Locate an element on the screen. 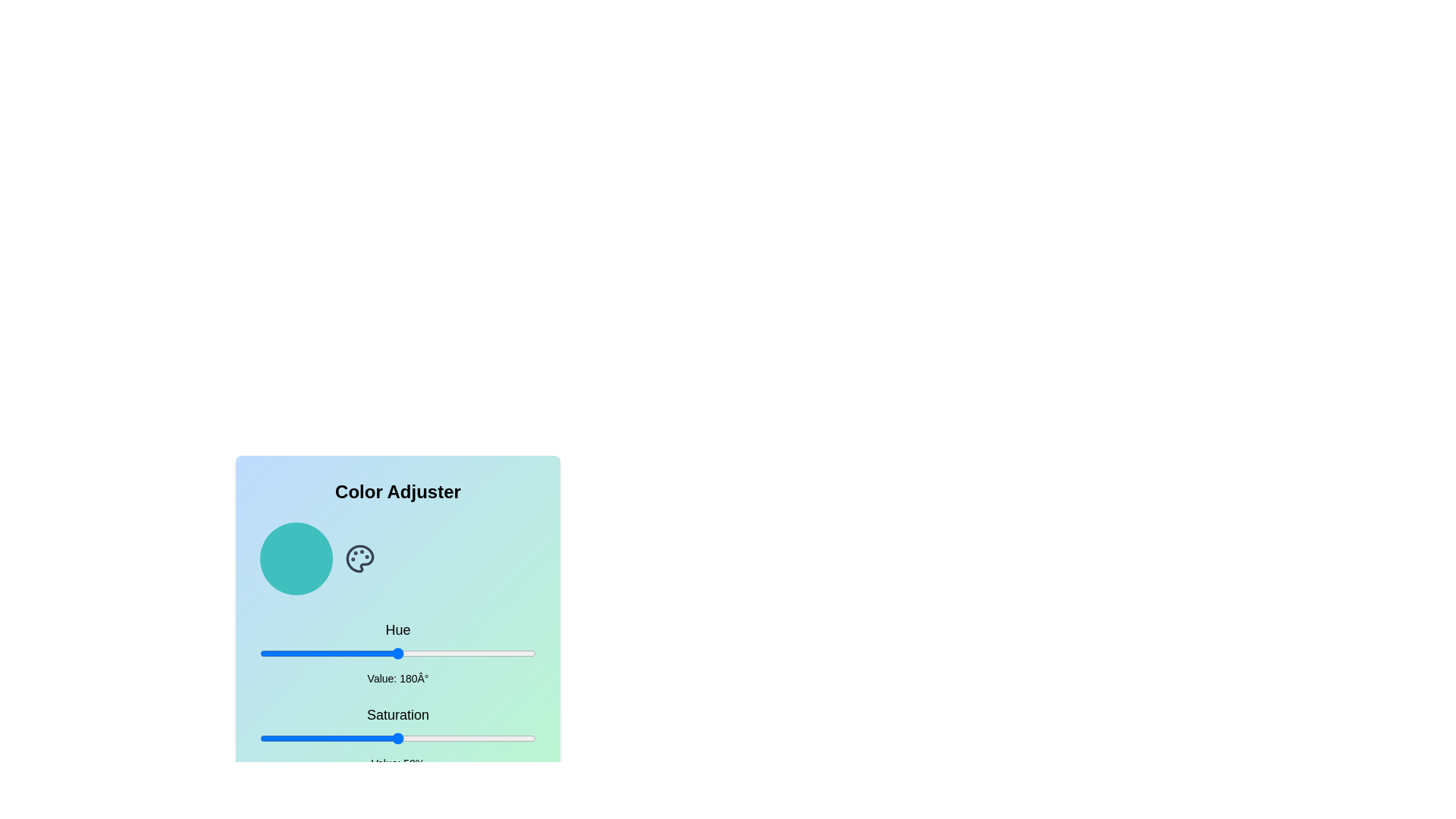  the saturation slider to set the saturation to 77% is located at coordinates (472, 738).